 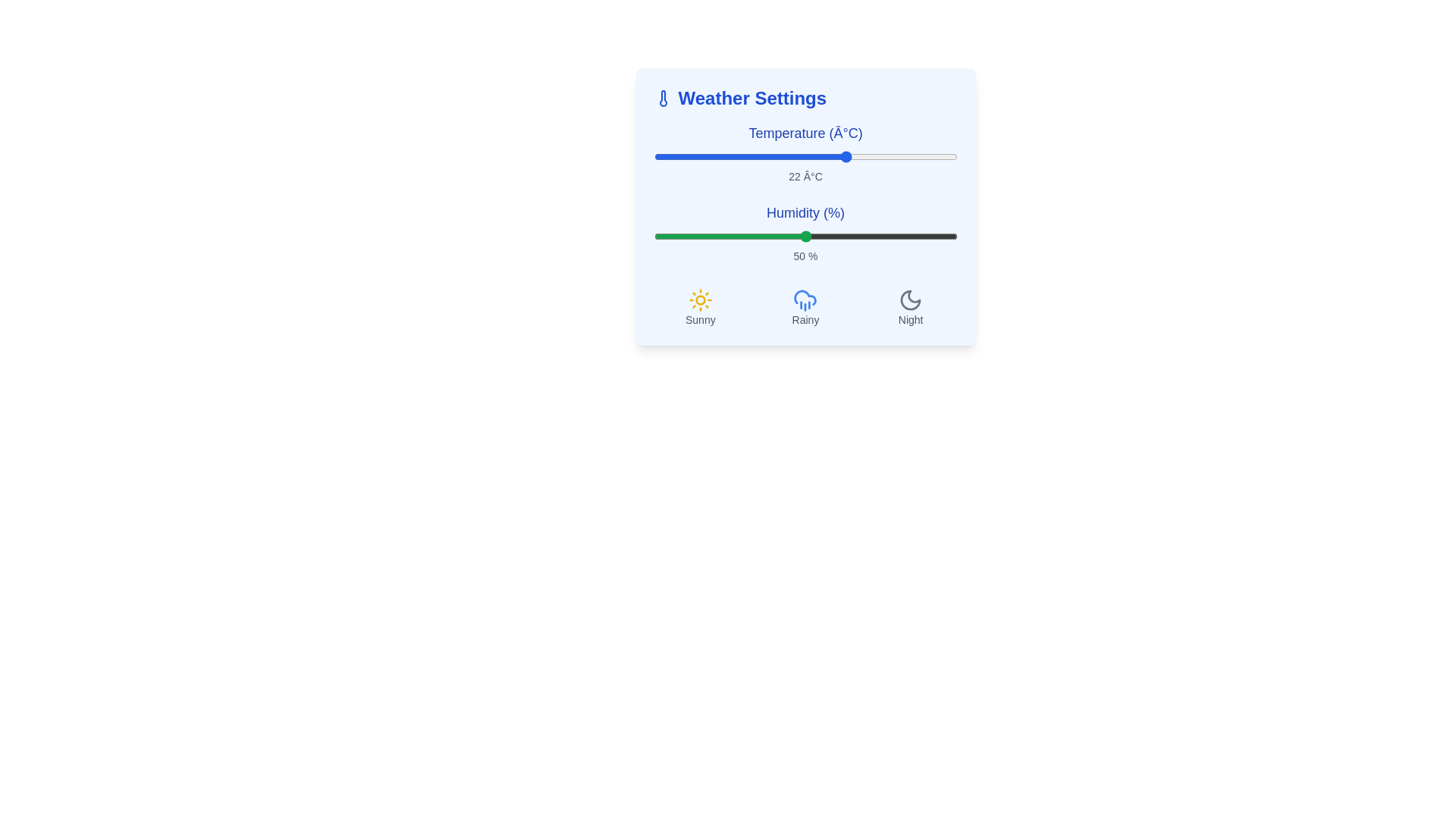 I want to click on the decorative thermometer icon representing the temperature or weather, which is positioned to the left of the 'Weather Settings' text, so click(x=663, y=99).